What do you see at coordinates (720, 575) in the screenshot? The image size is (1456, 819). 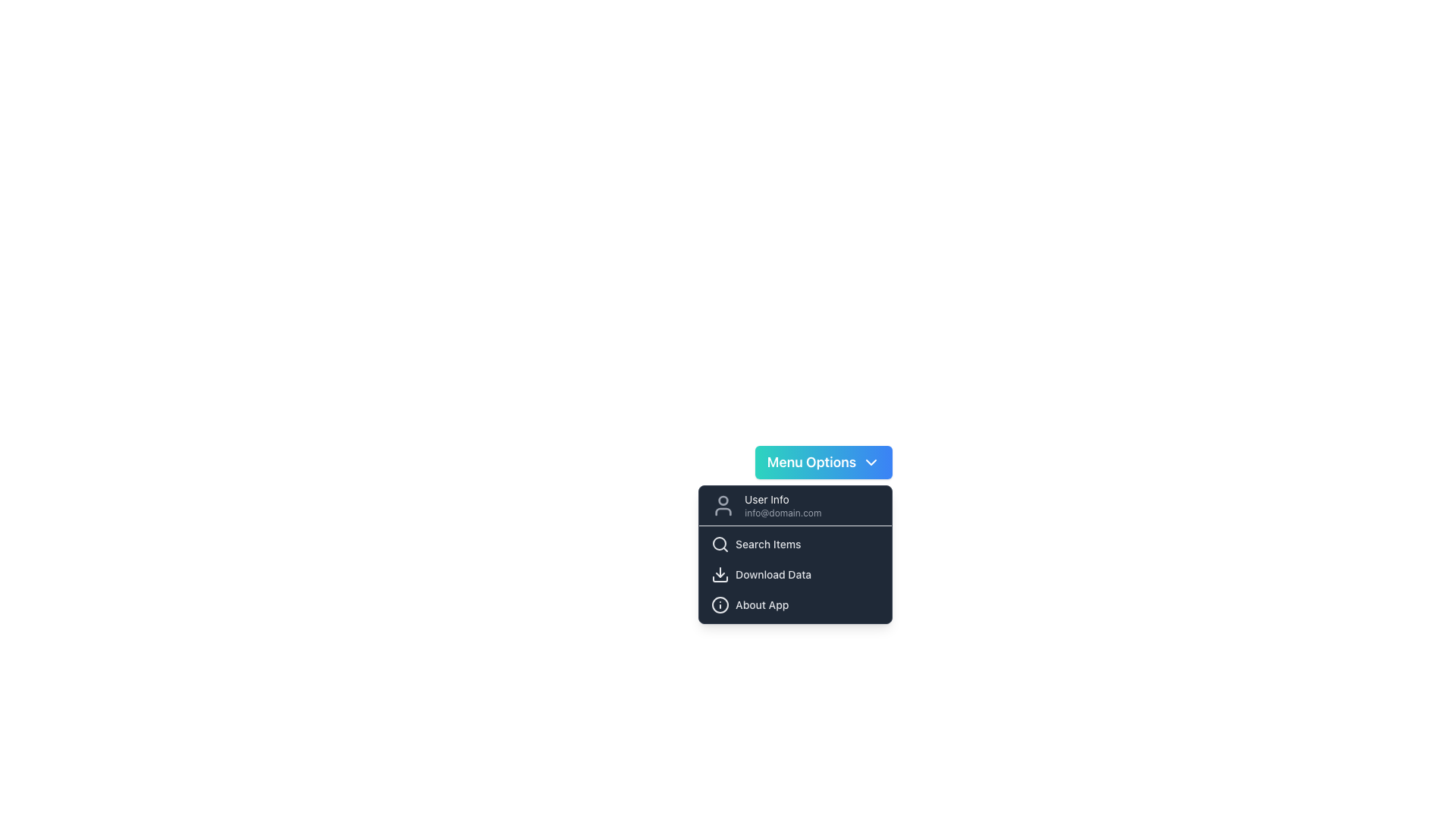 I see `the download icon resembling a downward-facing arrow within the 'Download Data' menu entry` at bounding box center [720, 575].